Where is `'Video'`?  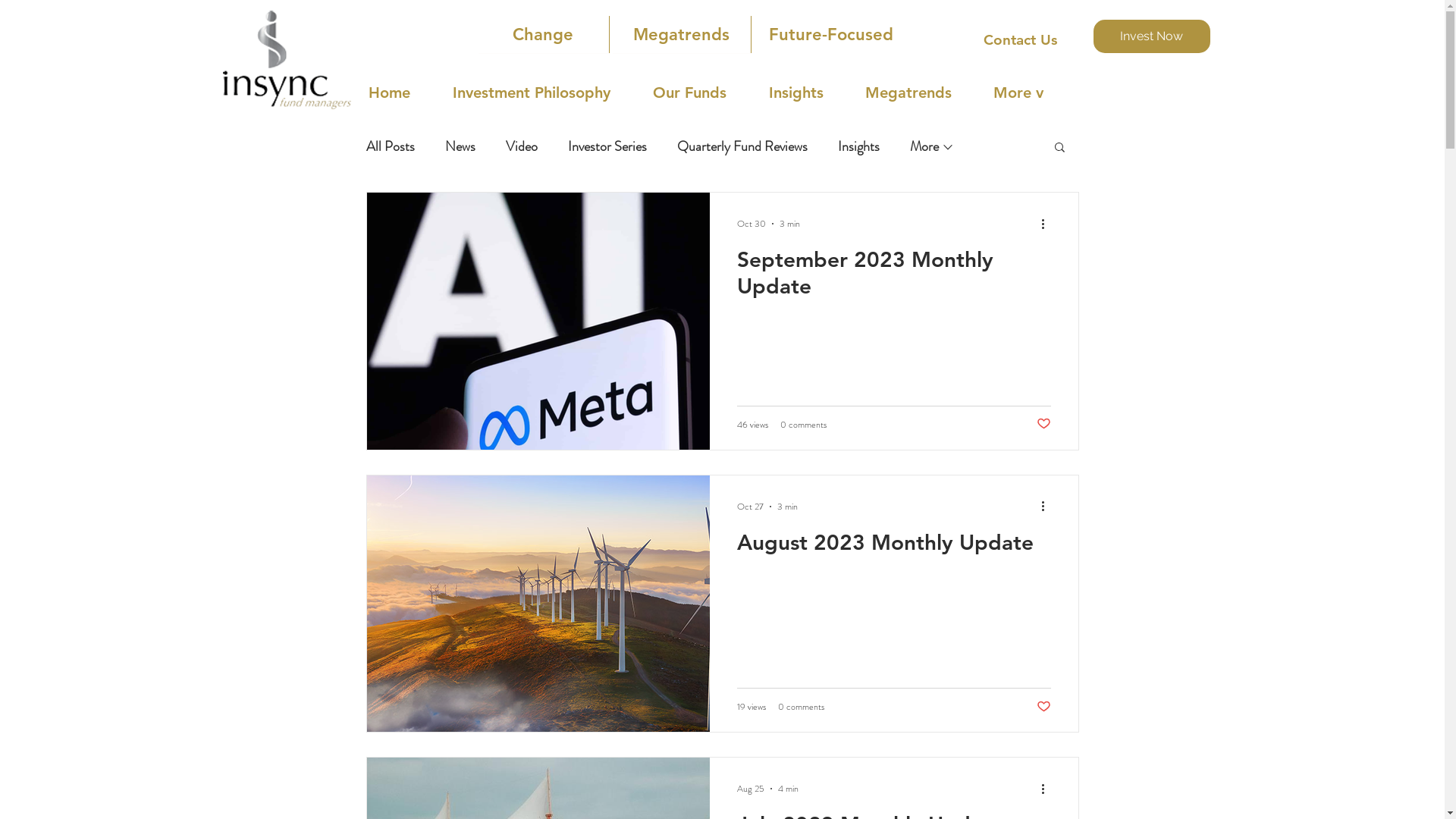
'Video' is located at coordinates (520, 146).